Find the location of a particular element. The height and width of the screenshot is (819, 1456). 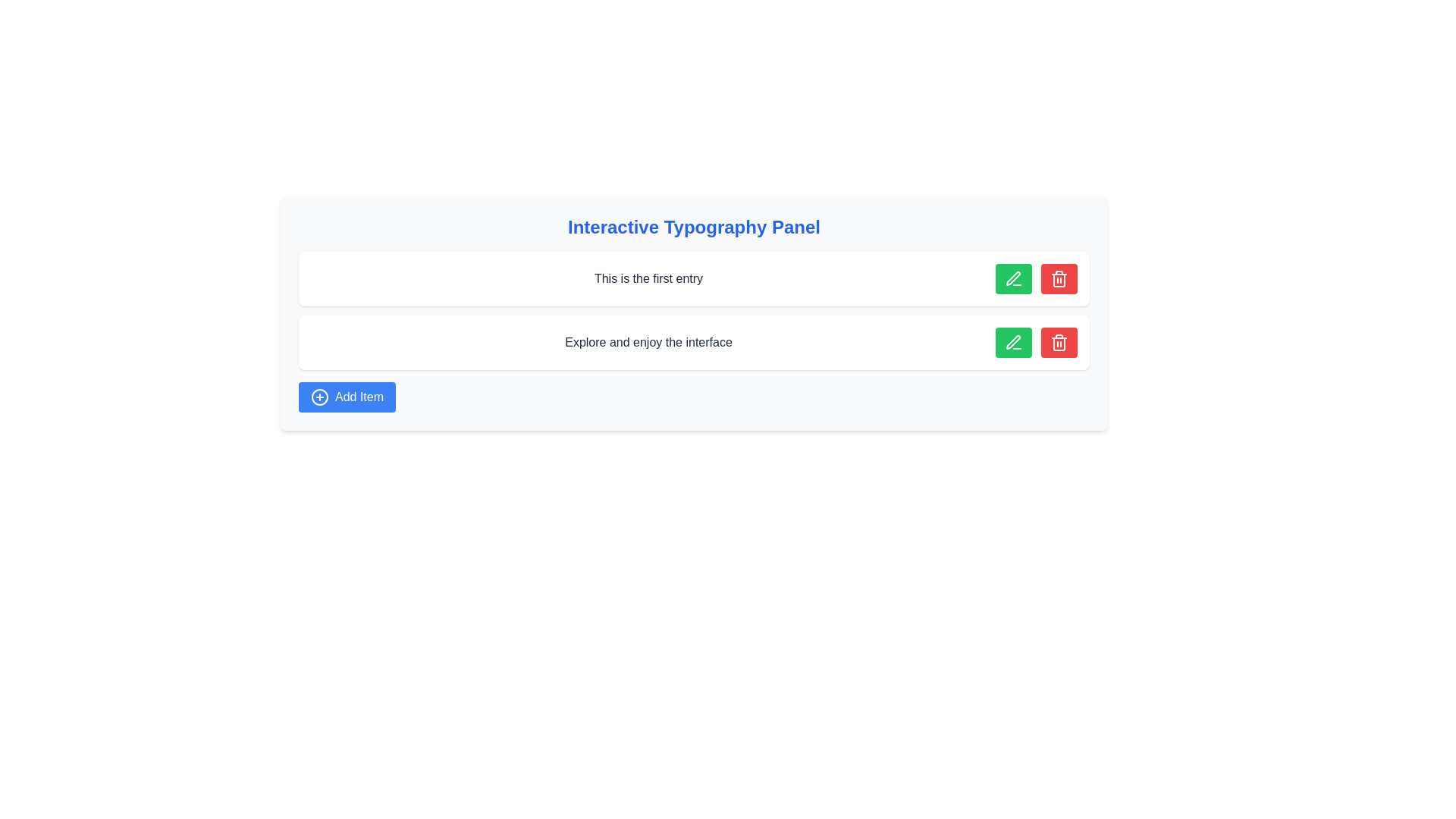

the pen-shaped icon within the green button located to the right of the text line 'This is the first entry' in the interactive typography panel is located at coordinates (1013, 278).